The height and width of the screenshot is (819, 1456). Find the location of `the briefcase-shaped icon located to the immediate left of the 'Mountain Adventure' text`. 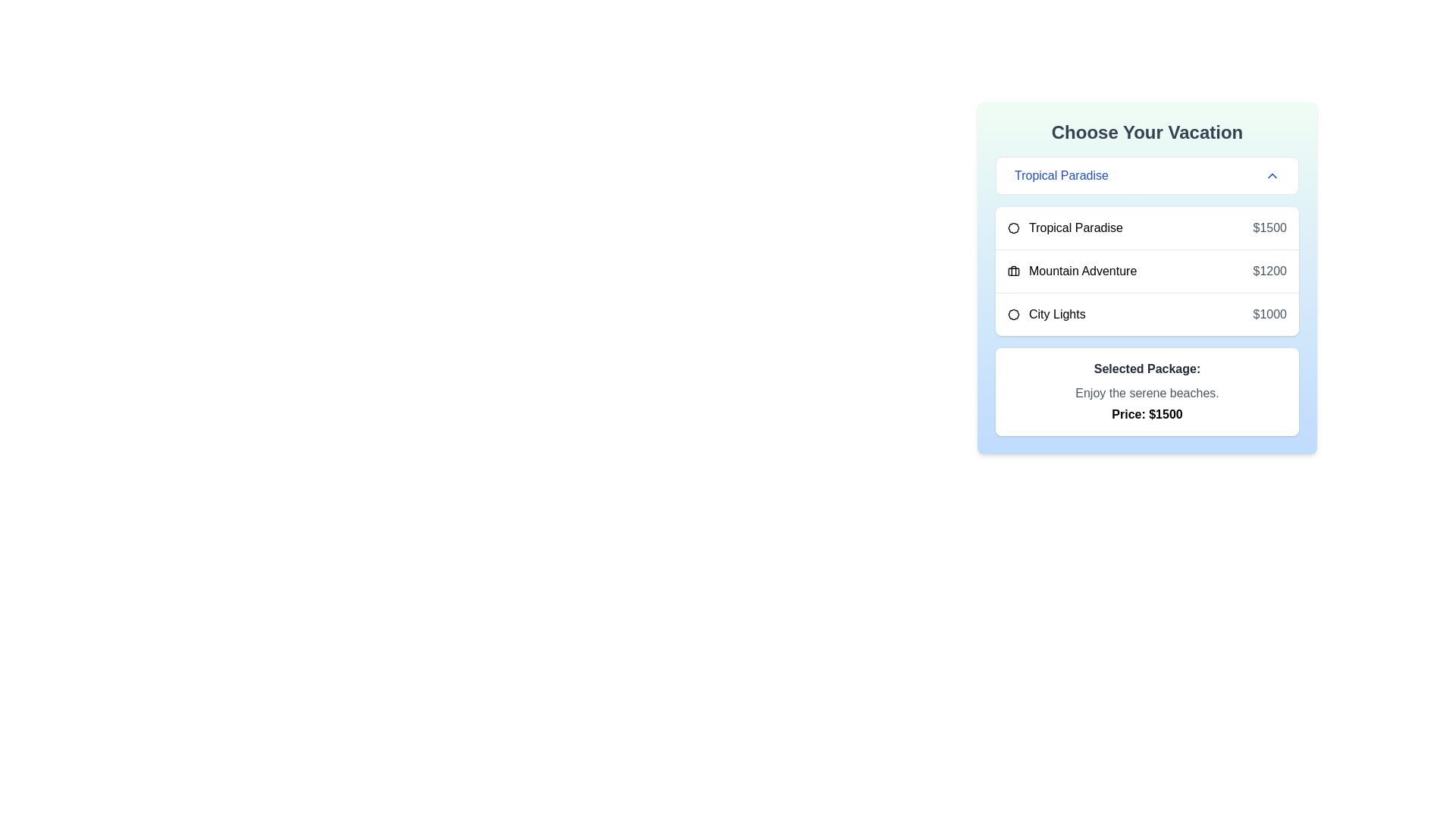

the briefcase-shaped icon located to the immediate left of the 'Mountain Adventure' text is located at coordinates (1014, 271).